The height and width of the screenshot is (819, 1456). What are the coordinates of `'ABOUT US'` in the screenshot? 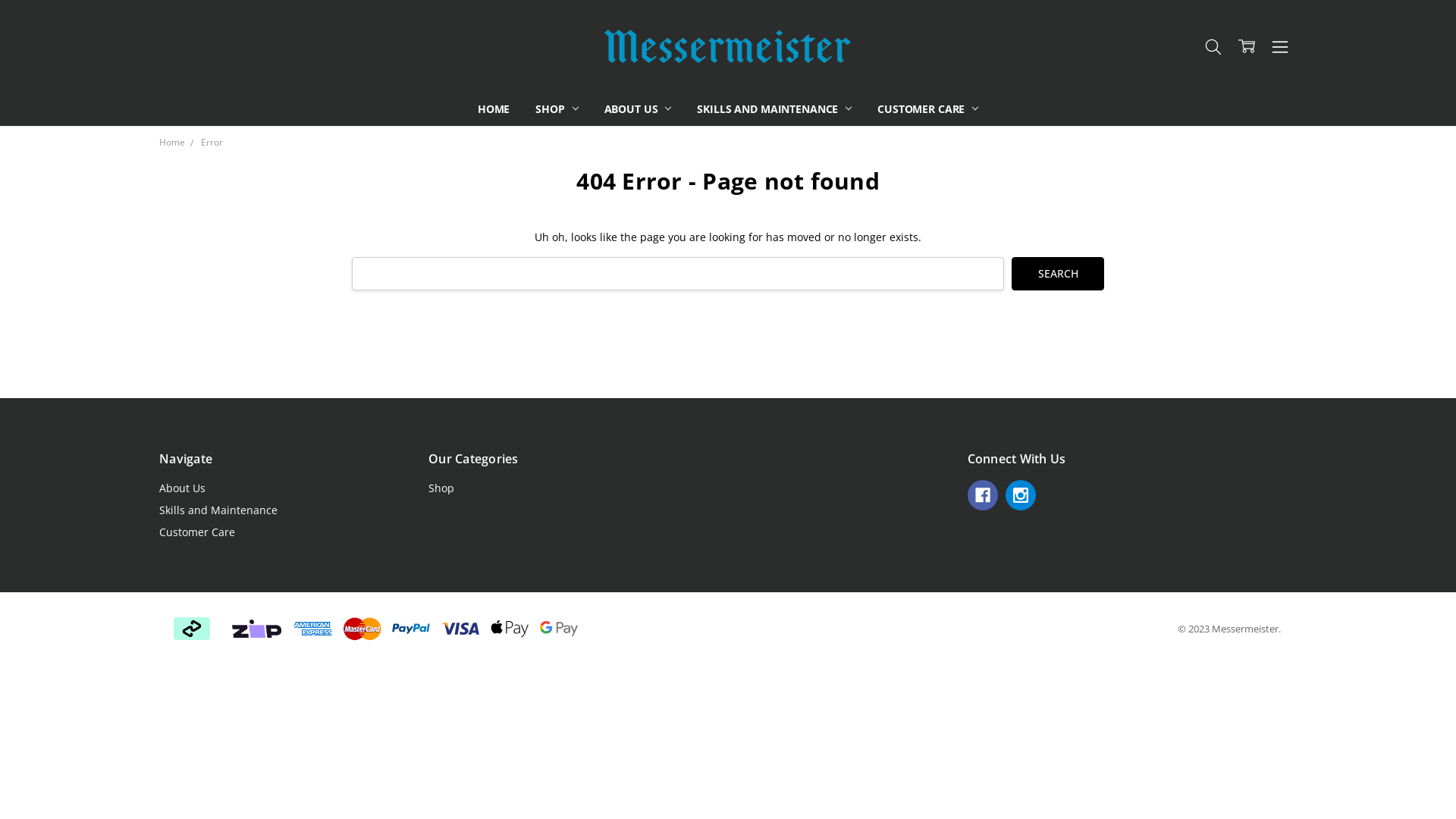 It's located at (638, 108).